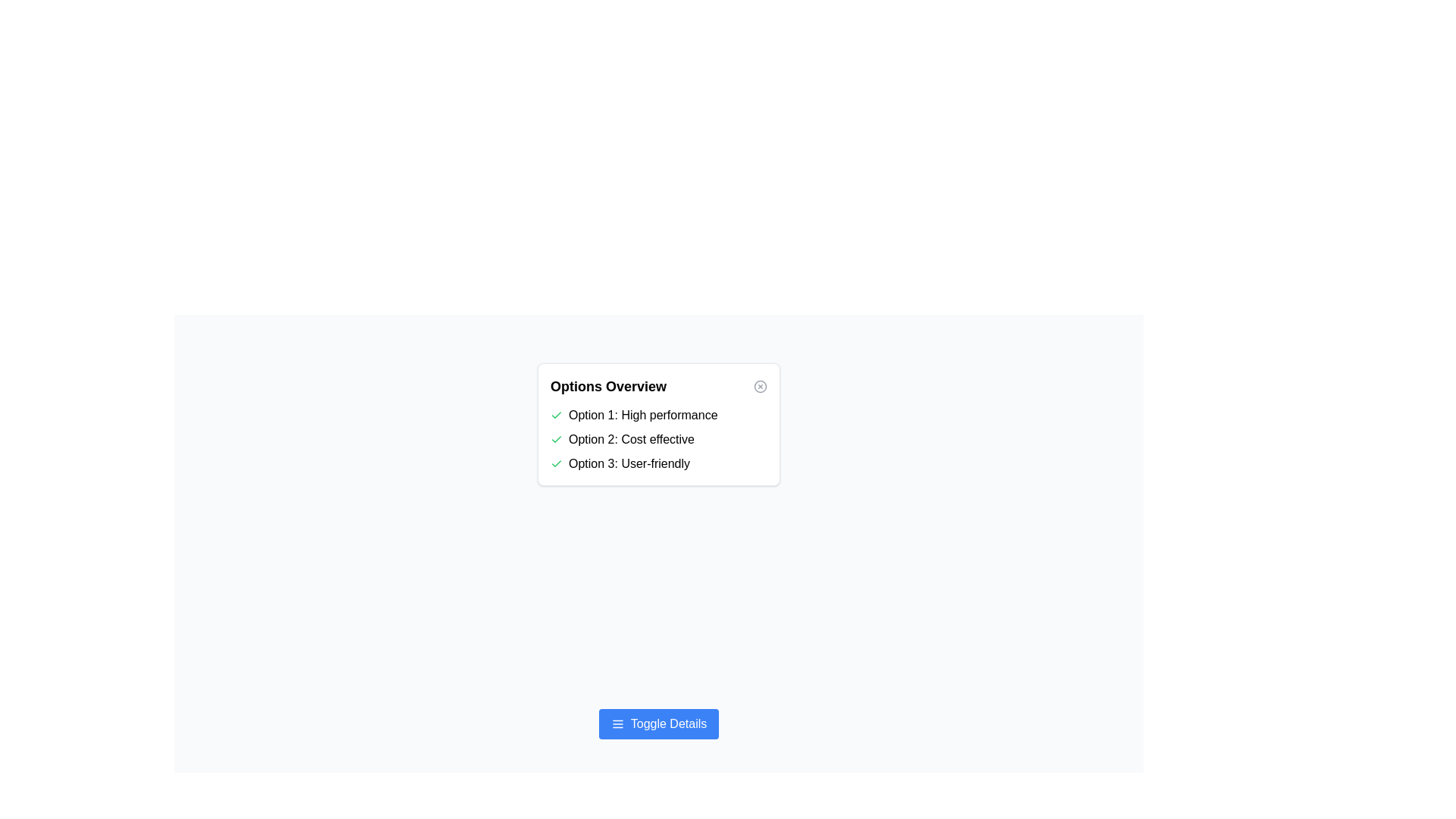 Image resolution: width=1456 pixels, height=819 pixels. Describe the element at coordinates (617, 723) in the screenshot. I see `the Menu Icon, which is a compact icon with three horizontal lines inside the blue 'Toggle Details' button` at that location.